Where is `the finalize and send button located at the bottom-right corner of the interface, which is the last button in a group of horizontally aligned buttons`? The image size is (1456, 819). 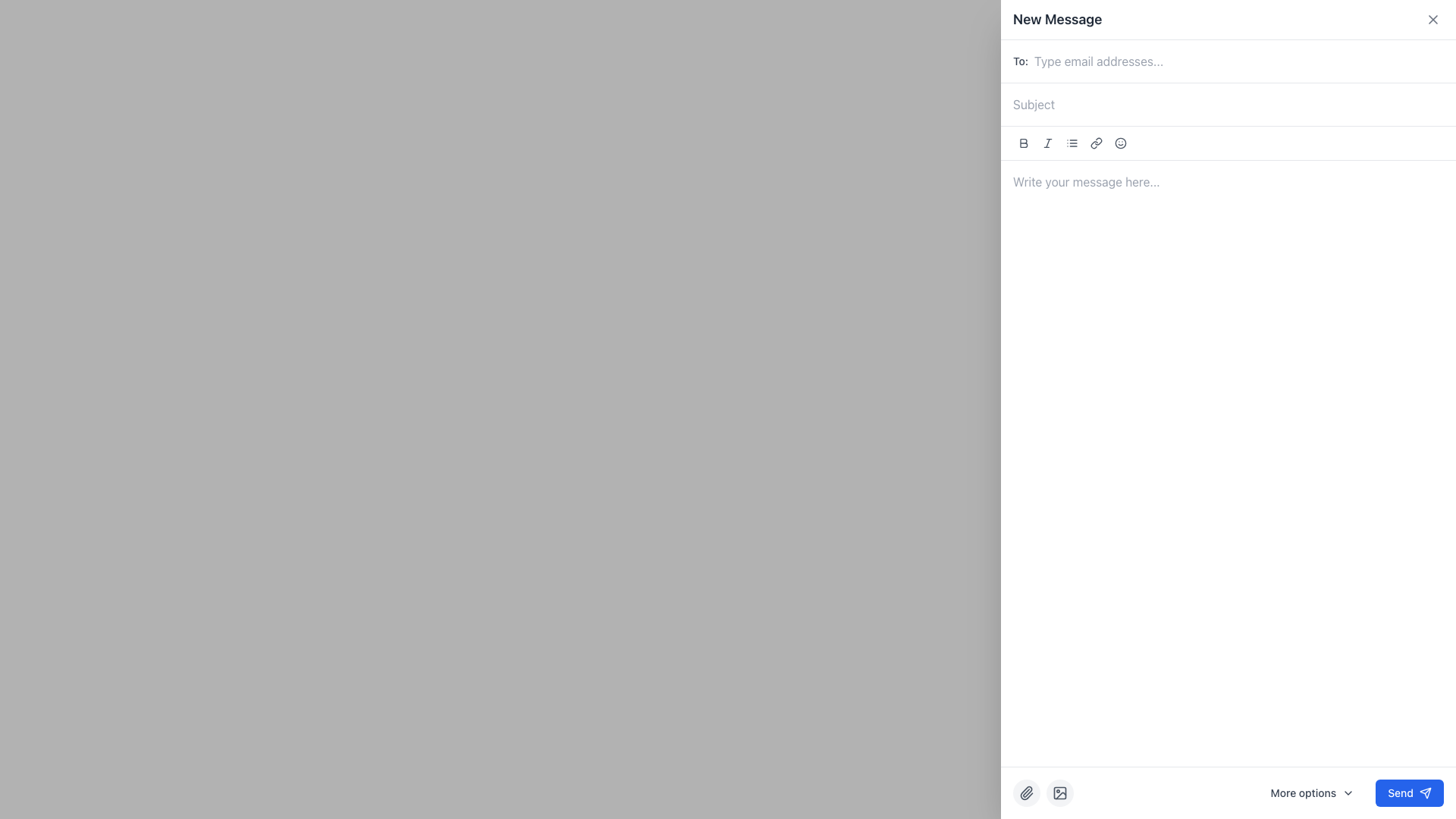
the finalize and send button located at the bottom-right corner of the interface, which is the last button in a group of horizontally aligned buttons is located at coordinates (1409, 792).